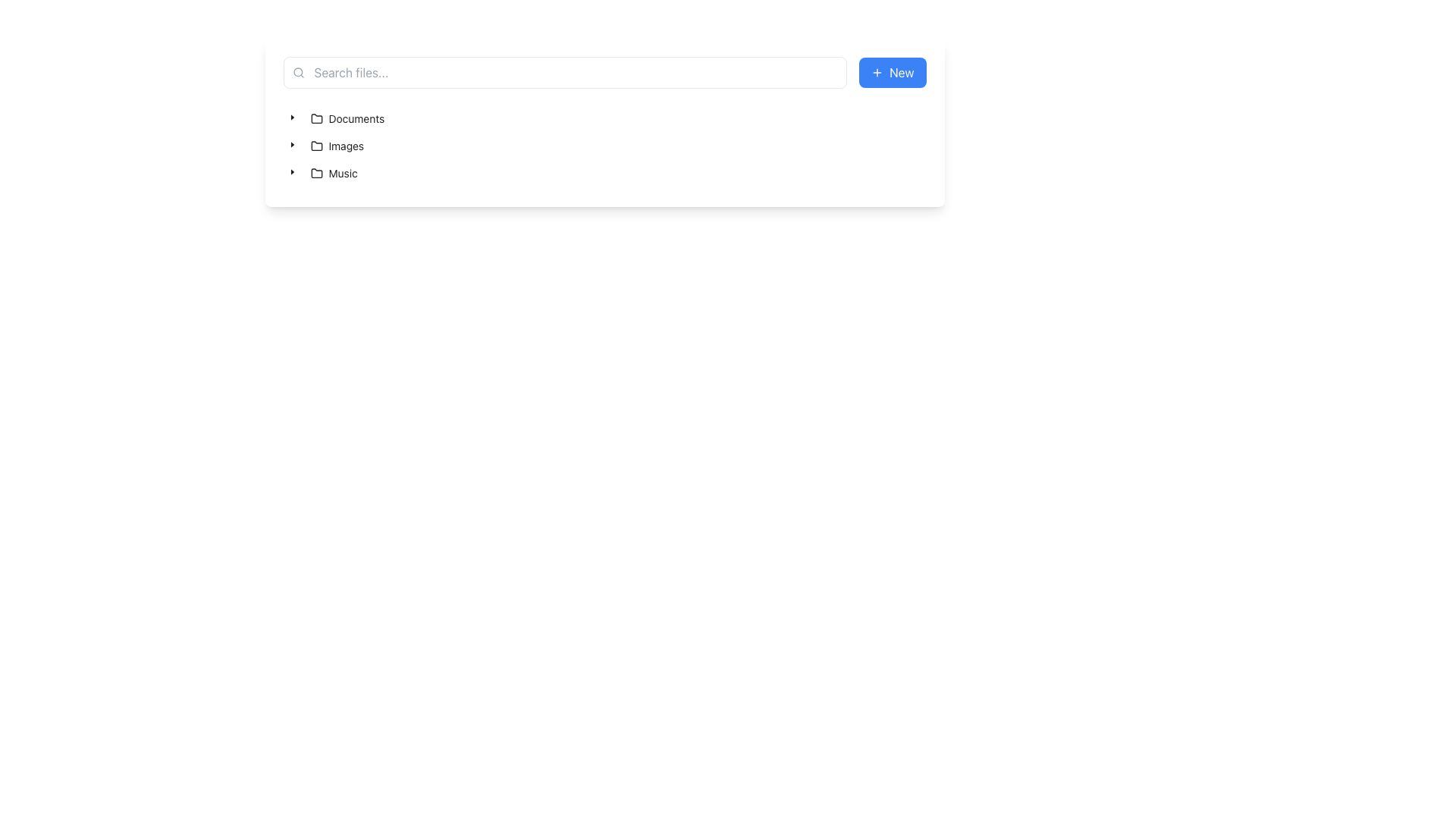  What do you see at coordinates (315, 146) in the screenshot?
I see `the 'Images' folder icon, which is located to the left of the 'Images' label in the folder list menu, positioned between the 'Documents' and 'Music' entries` at bounding box center [315, 146].